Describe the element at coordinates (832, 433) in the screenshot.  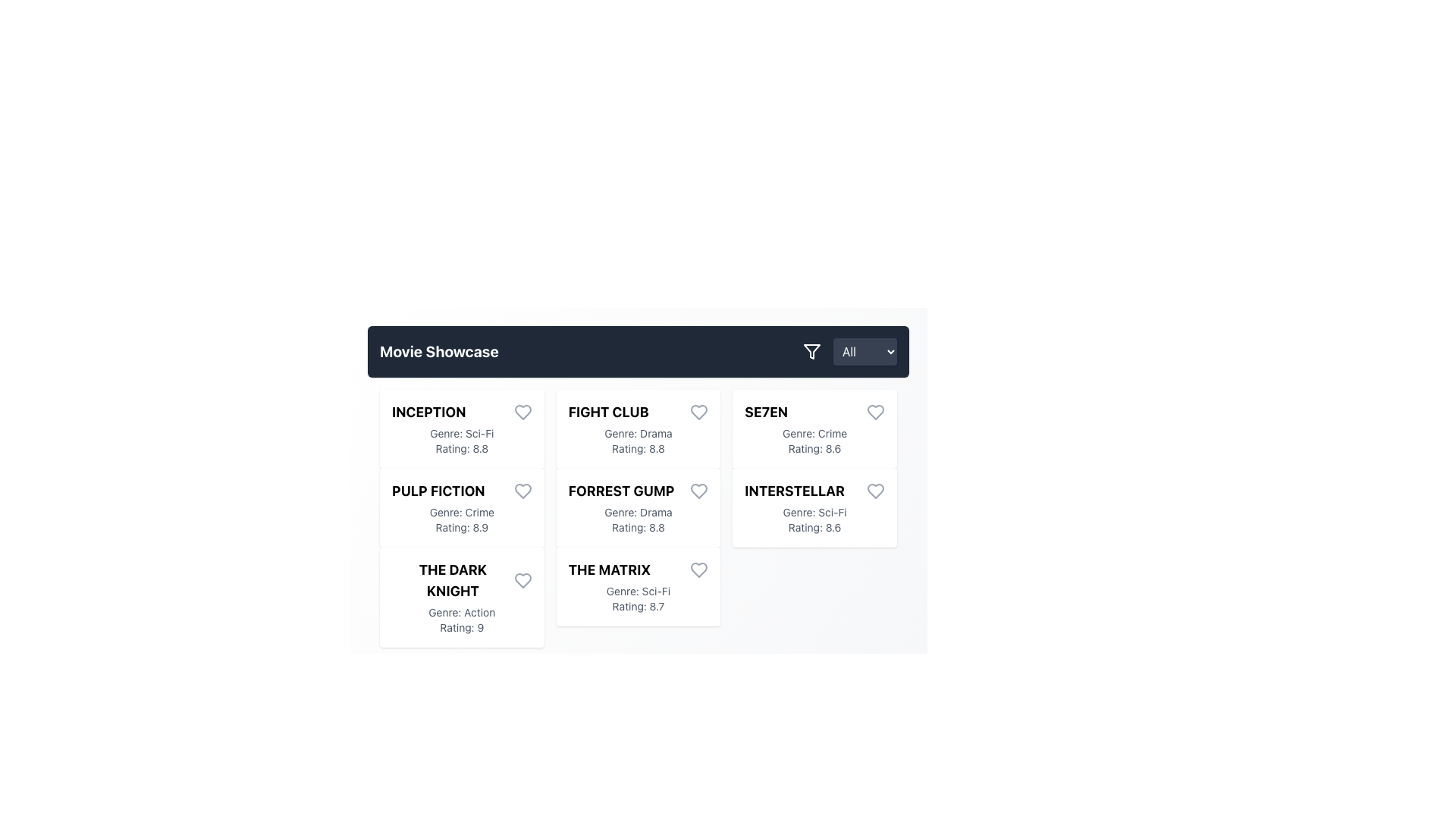
I see `the text label displaying the genre of the movie 'SE7EN', located in the second column of the detailed movie card interface, specifically in the 'Genre' field positioned below the movie title` at that location.